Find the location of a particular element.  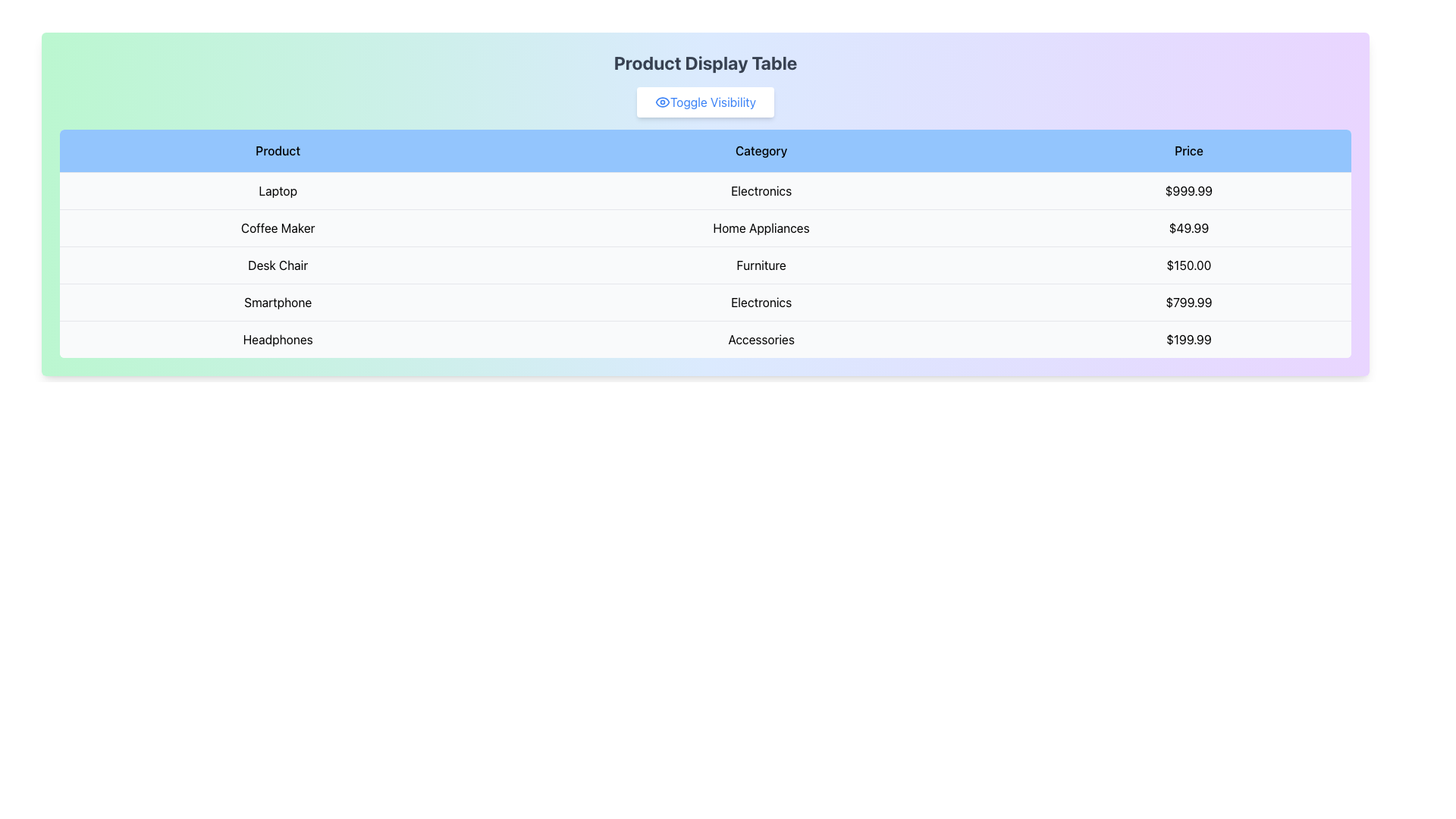

the second row of the table that provides information about the product 'Coffee Maker' including its category 'Home Appliances' and price '$49.99' is located at coordinates (704, 227).